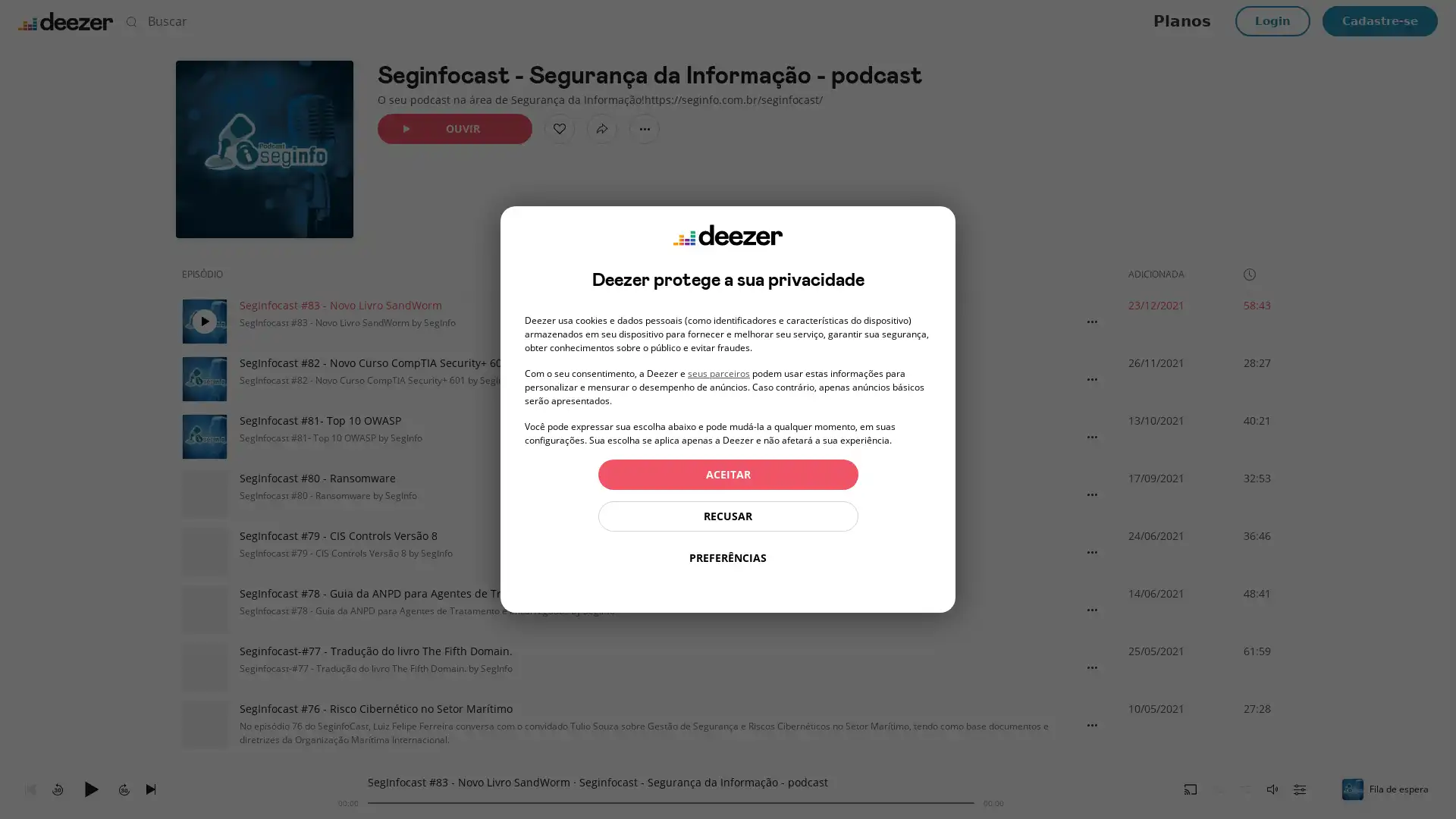 The image size is (1456, 819). I want to click on Tocar, so click(90, 788).